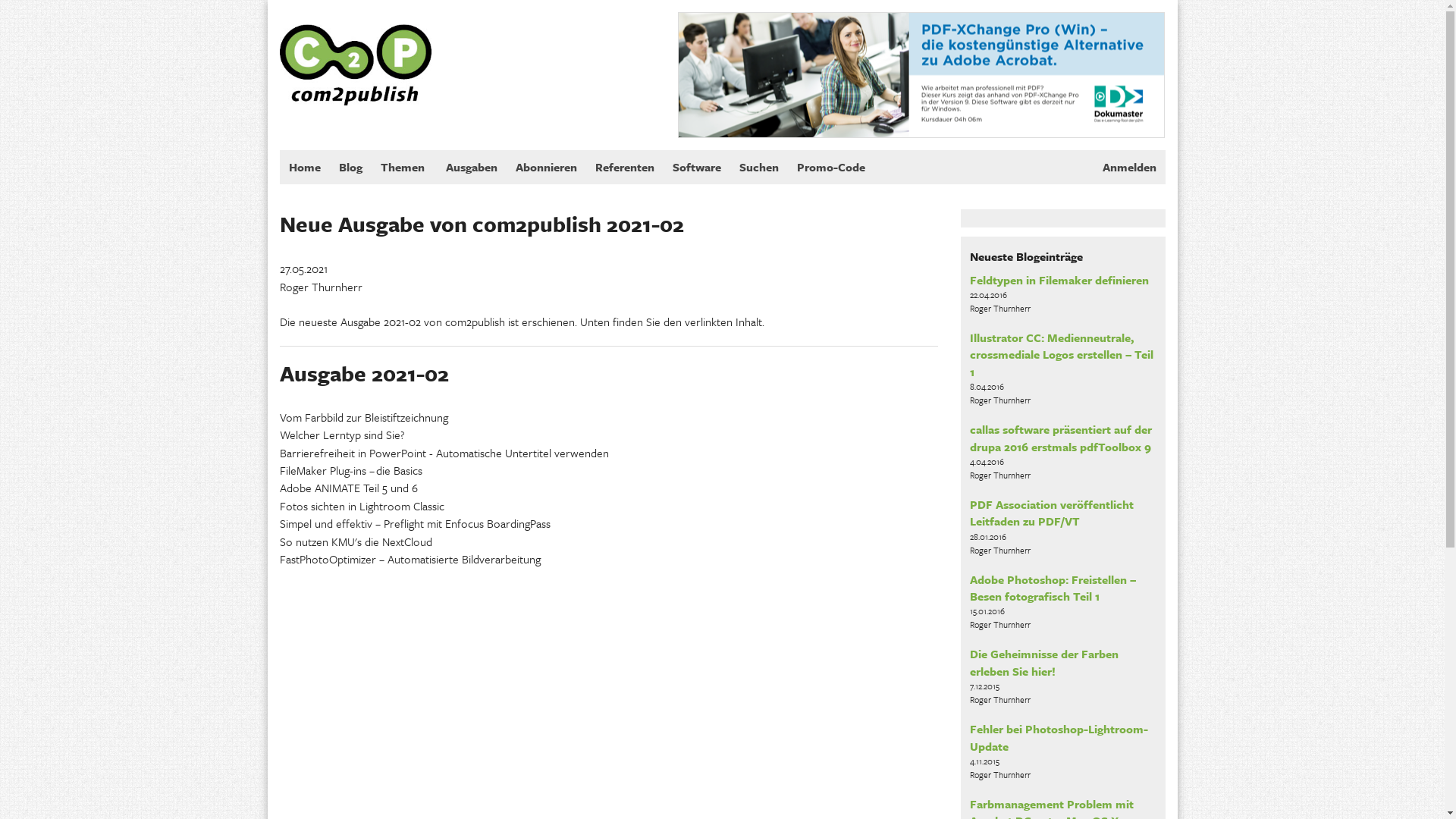  Describe the element at coordinates (968, 736) in the screenshot. I see `'Fehler bei Photoshop-Lightroom-Update'` at that location.